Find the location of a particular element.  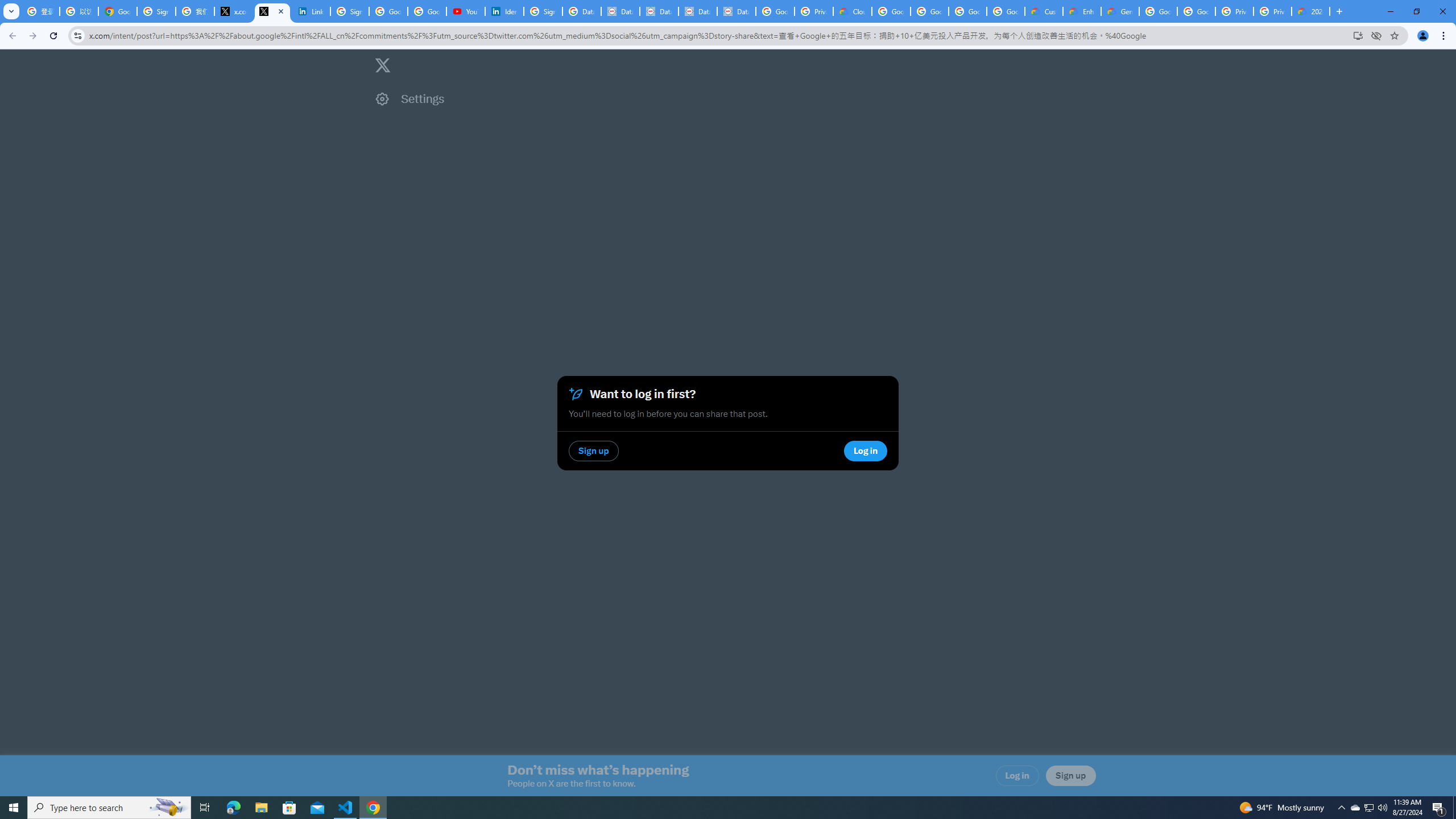

'Enhanced Support | Google Cloud' is located at coordinates (1082, 11).